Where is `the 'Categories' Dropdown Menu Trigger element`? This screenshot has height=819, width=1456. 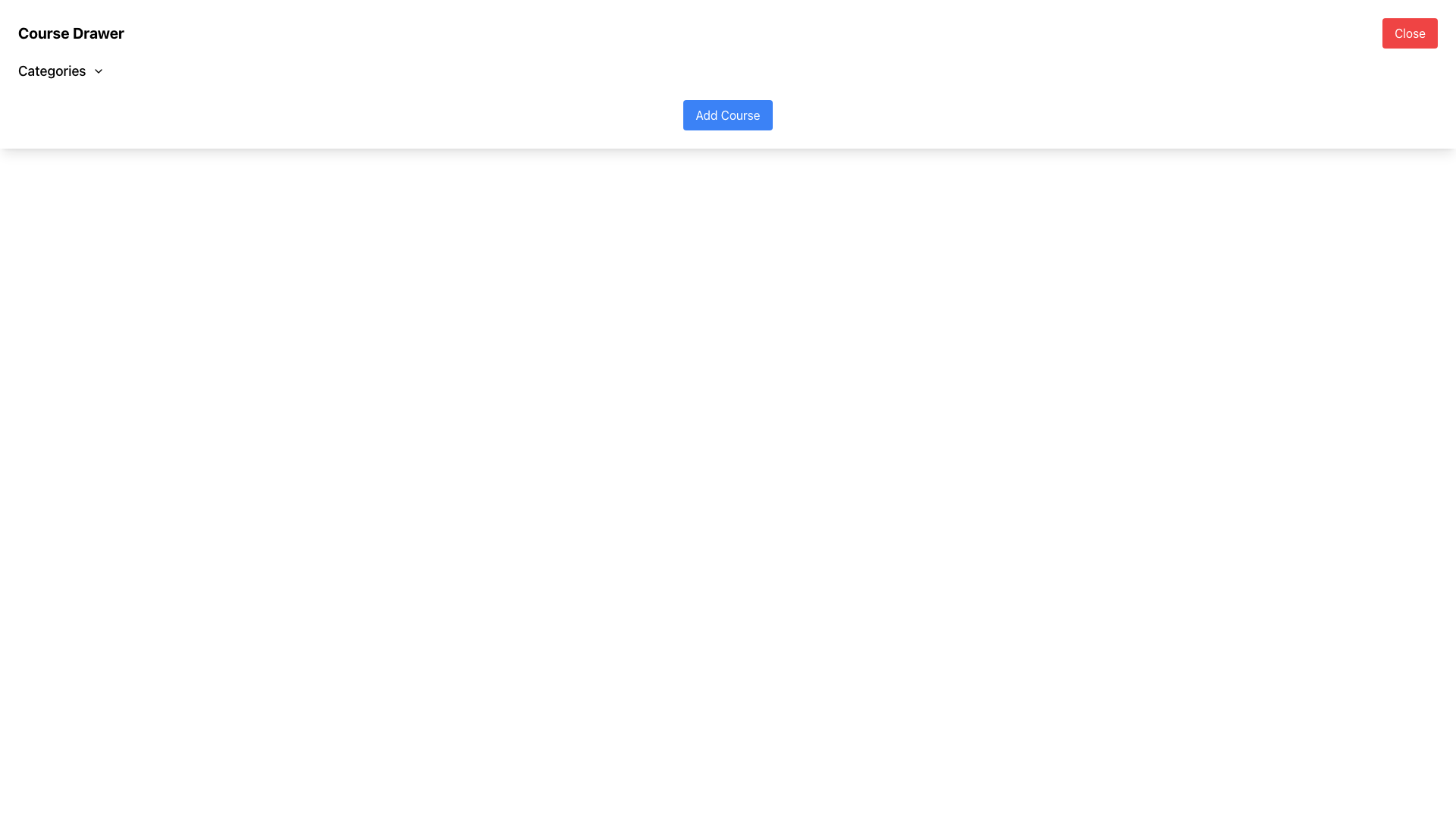 the 'Categories' Dropdown Menu Trigger element is located at coordinates (61, 71).